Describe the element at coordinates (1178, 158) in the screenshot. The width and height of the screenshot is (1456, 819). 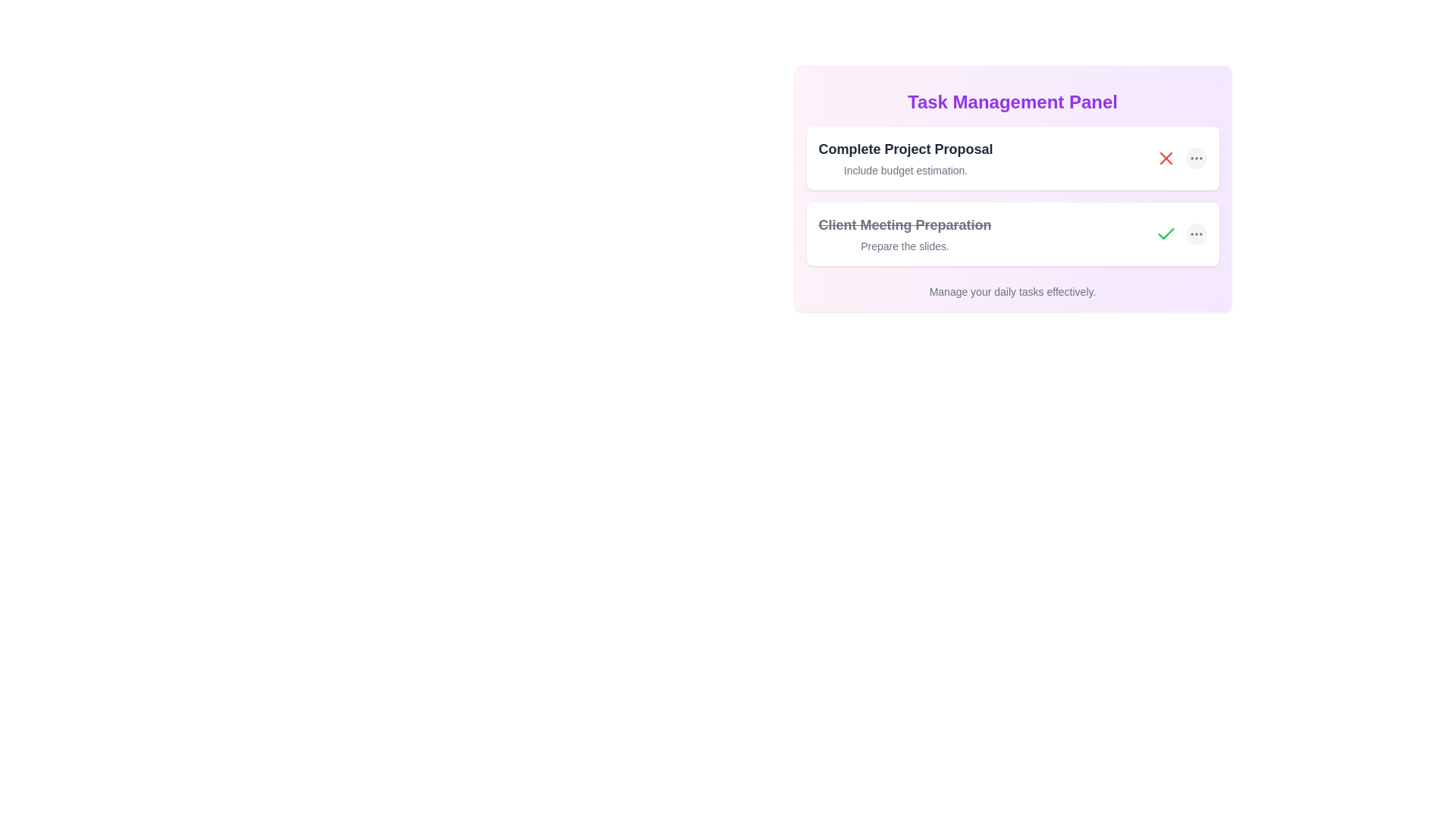
I see `the ellipsis icon located to the right of the red 'X' action button within the task labeled 'Complete Project Proposal'` at that location.